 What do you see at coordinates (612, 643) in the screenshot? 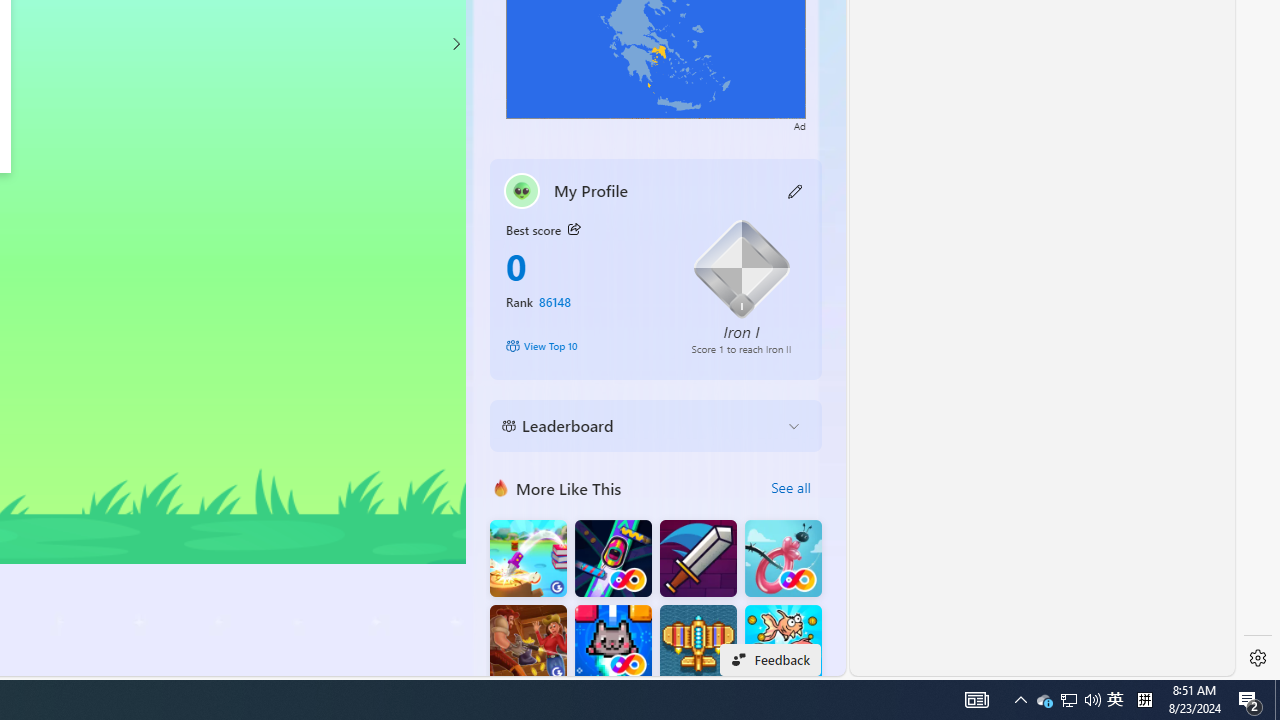
I see `'Kitten Force FRVR'` at bounding box center [612, 643].